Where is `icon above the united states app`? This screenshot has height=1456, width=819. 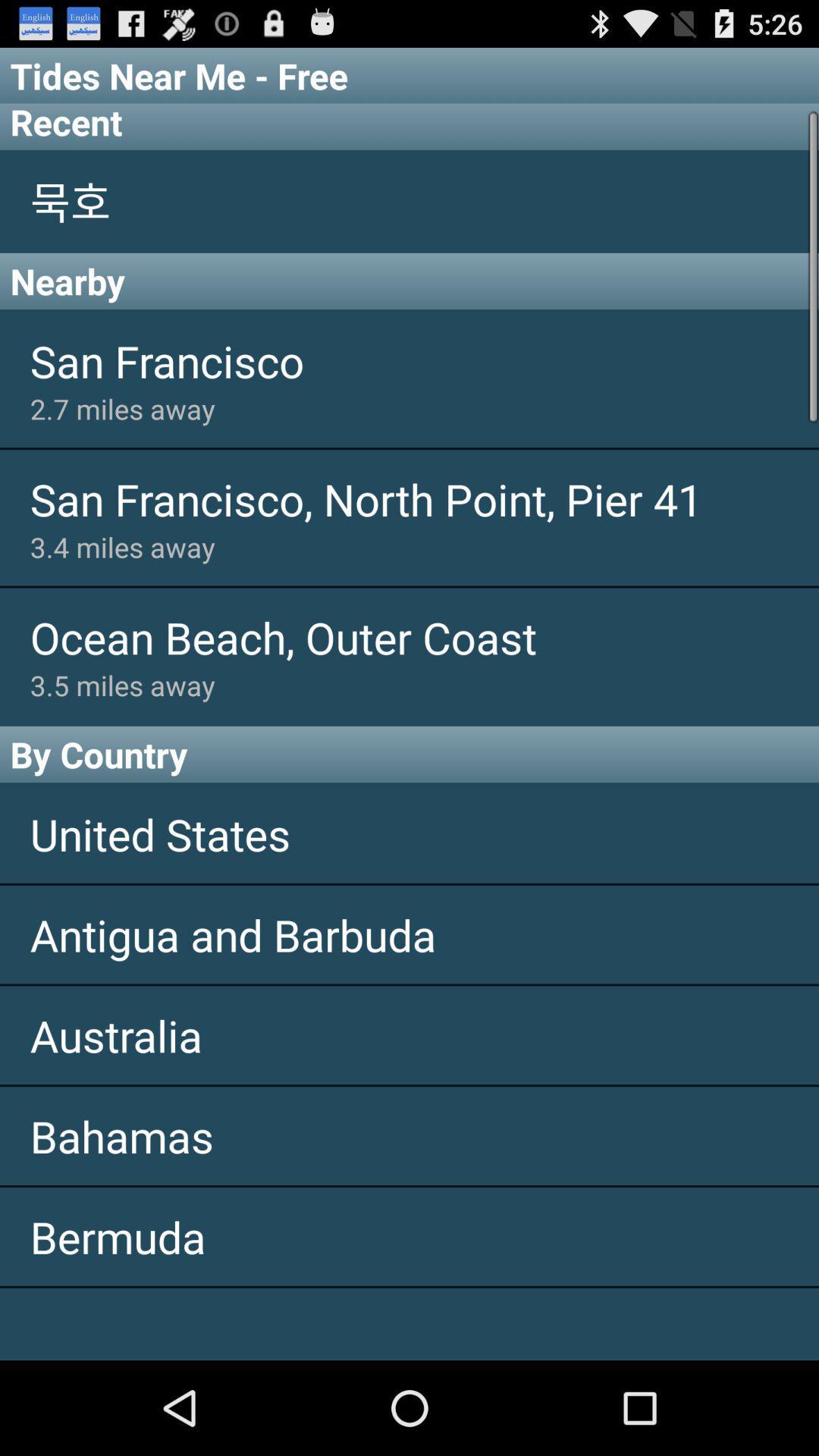 icon above the united states app is located at coordinates (409, 754).